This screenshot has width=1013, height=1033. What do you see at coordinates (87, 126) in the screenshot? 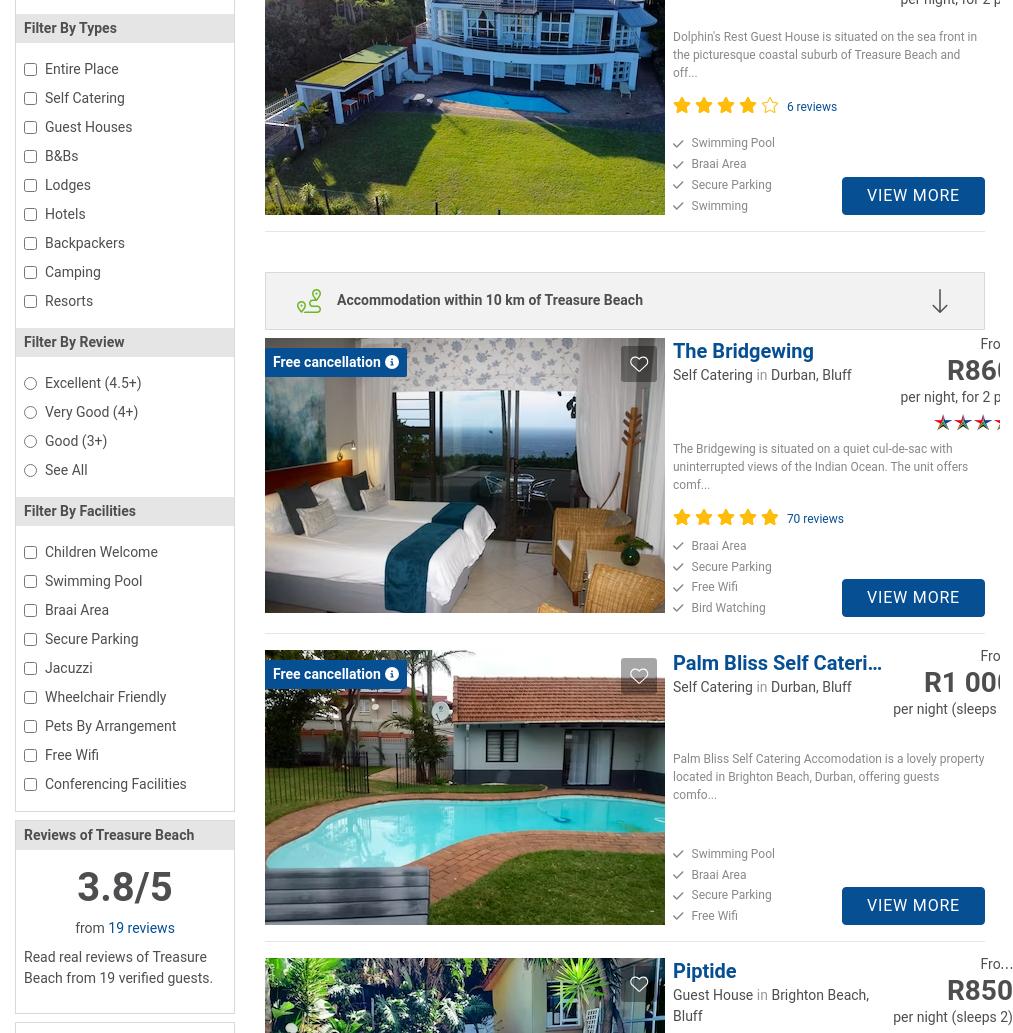
I see `'Guest Houses'` at bounding box center [87, 126].